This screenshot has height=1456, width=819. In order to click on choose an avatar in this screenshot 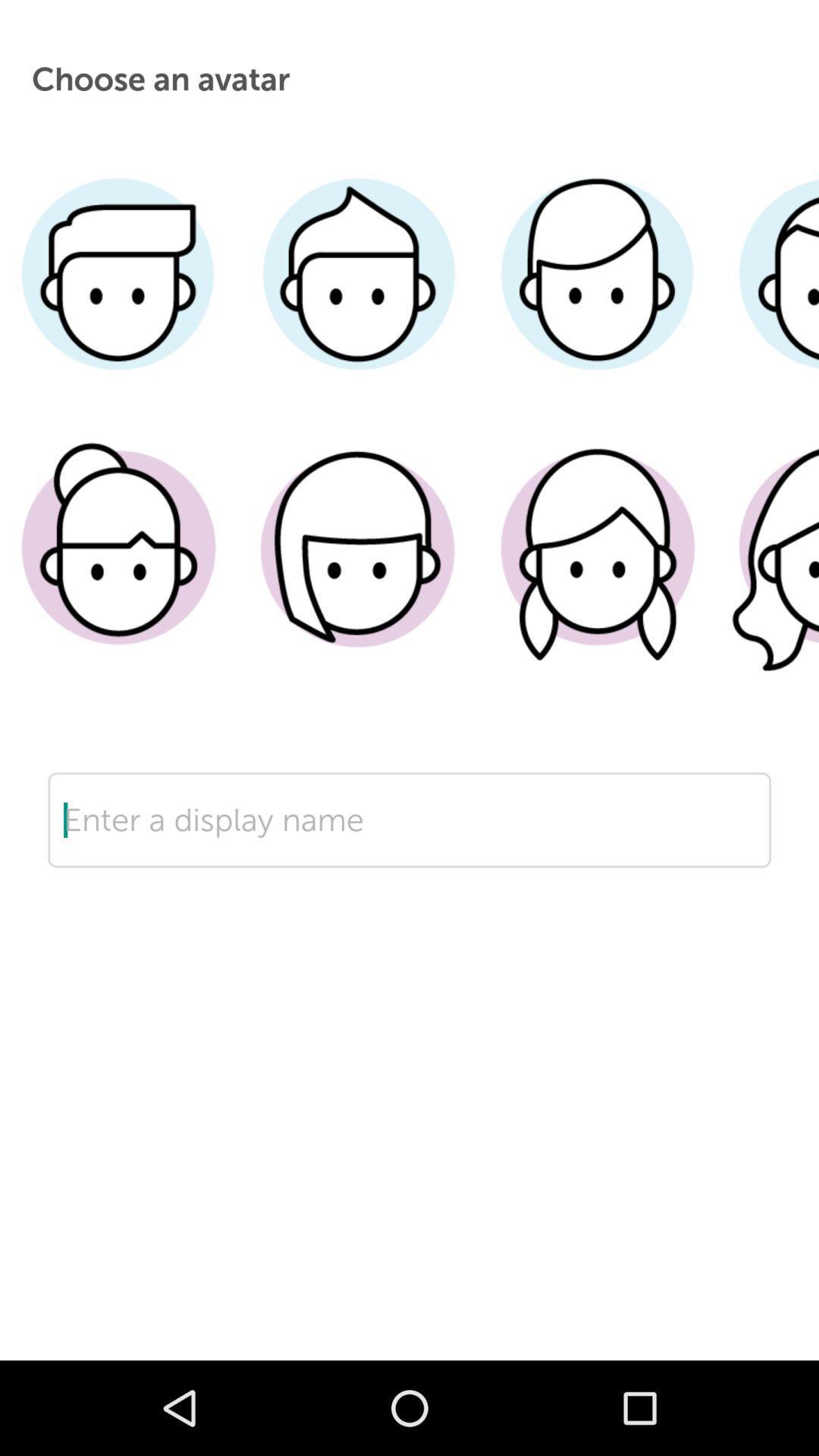, I will do `click(596, 570)`.